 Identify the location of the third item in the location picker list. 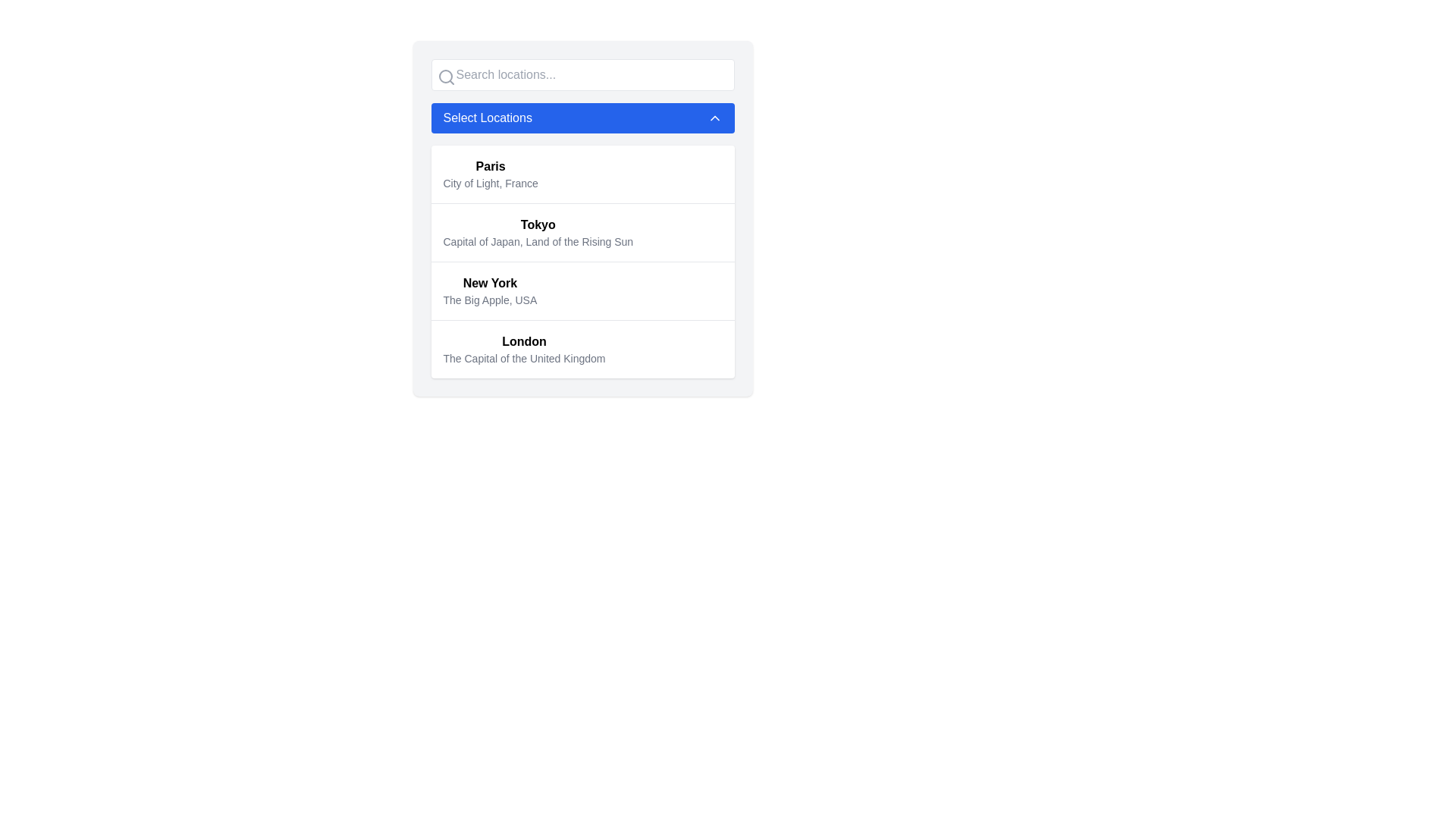
(490, 291).